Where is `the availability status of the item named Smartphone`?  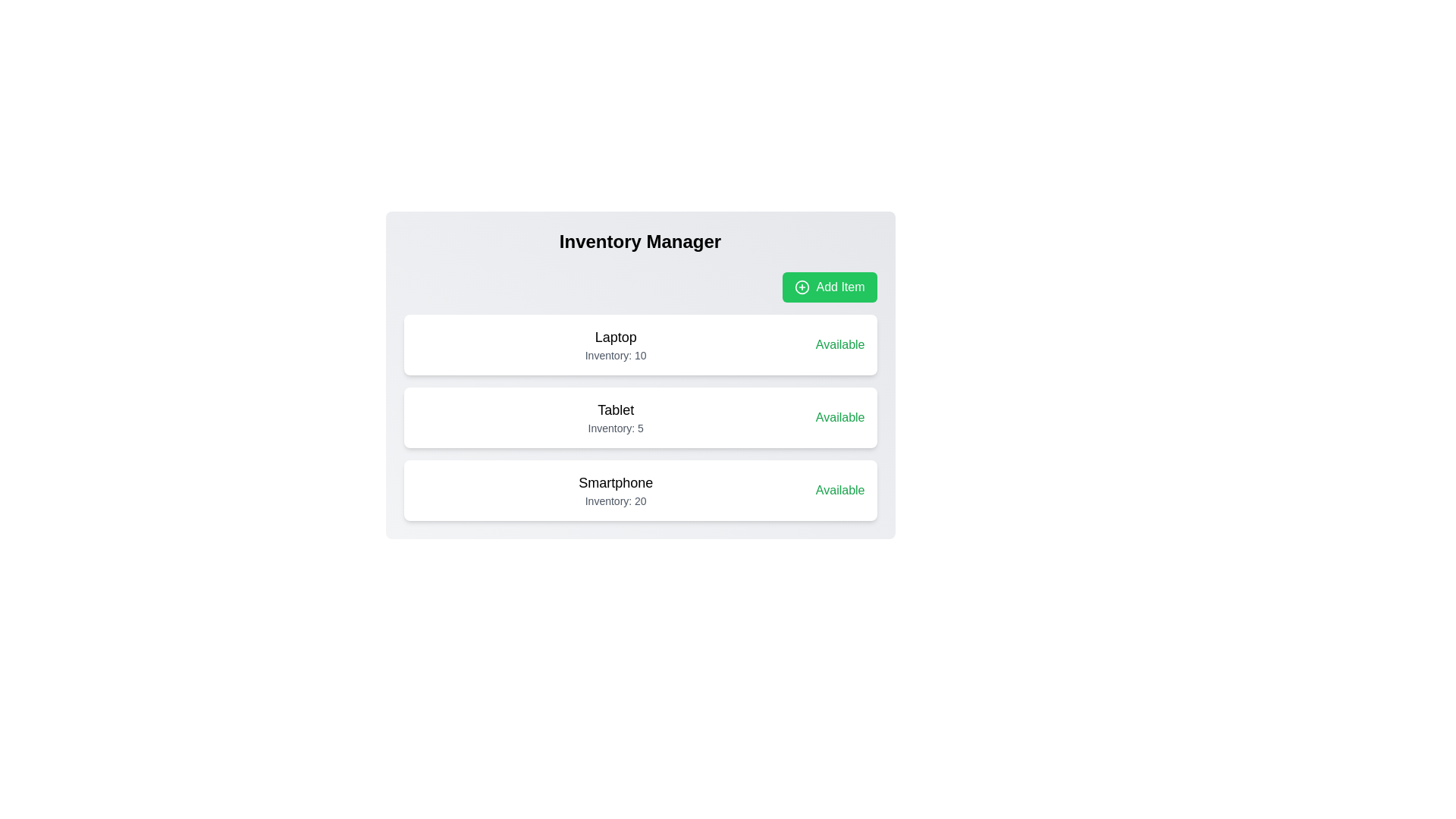 the availability status of the item named Smartphone is located at coordinates (839, 491).